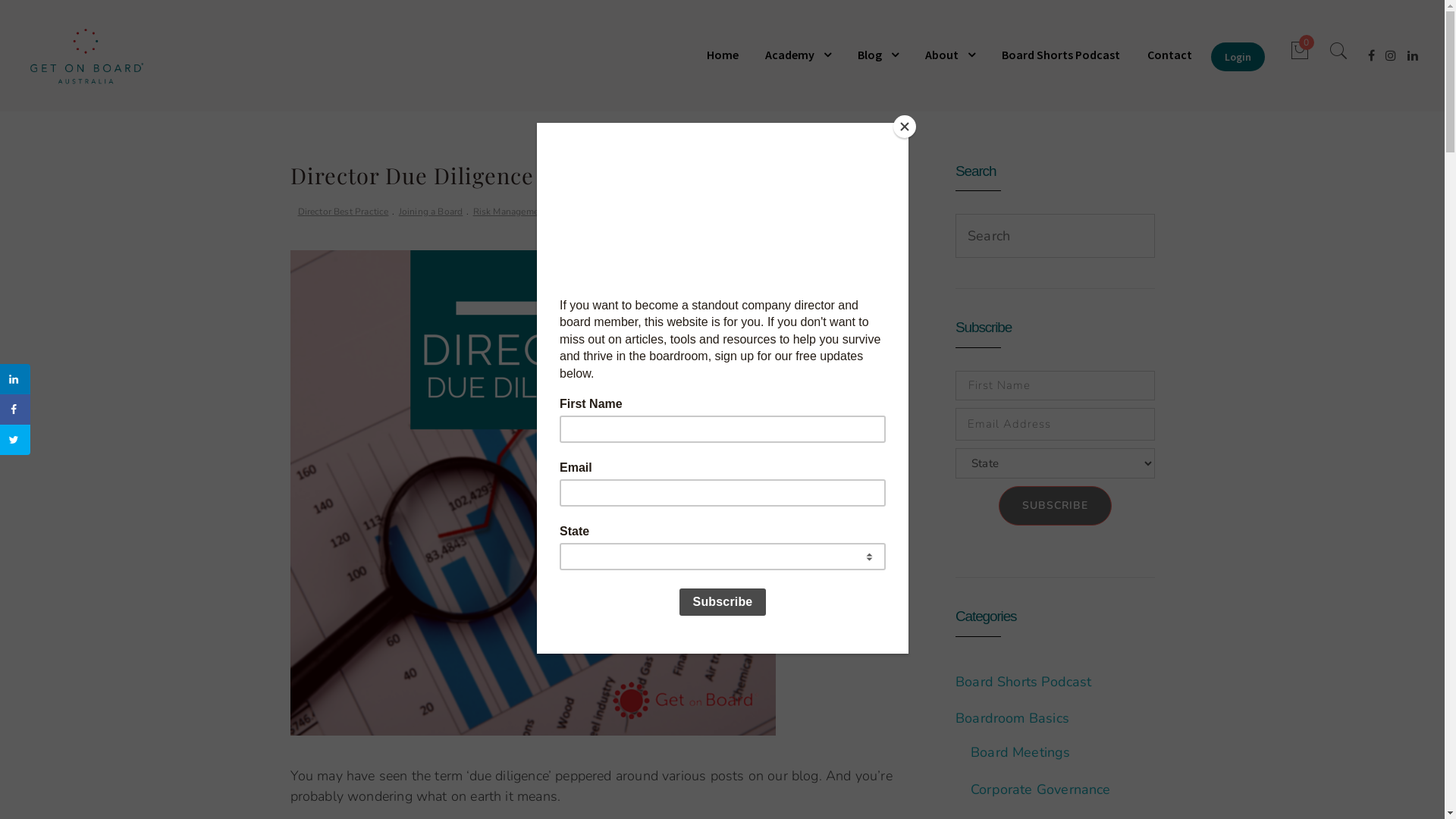 This screenshot has width=1456, height=819. Describe the element at coordinates (753, 54) in the screenshot. I see `'Academy'` at that location.